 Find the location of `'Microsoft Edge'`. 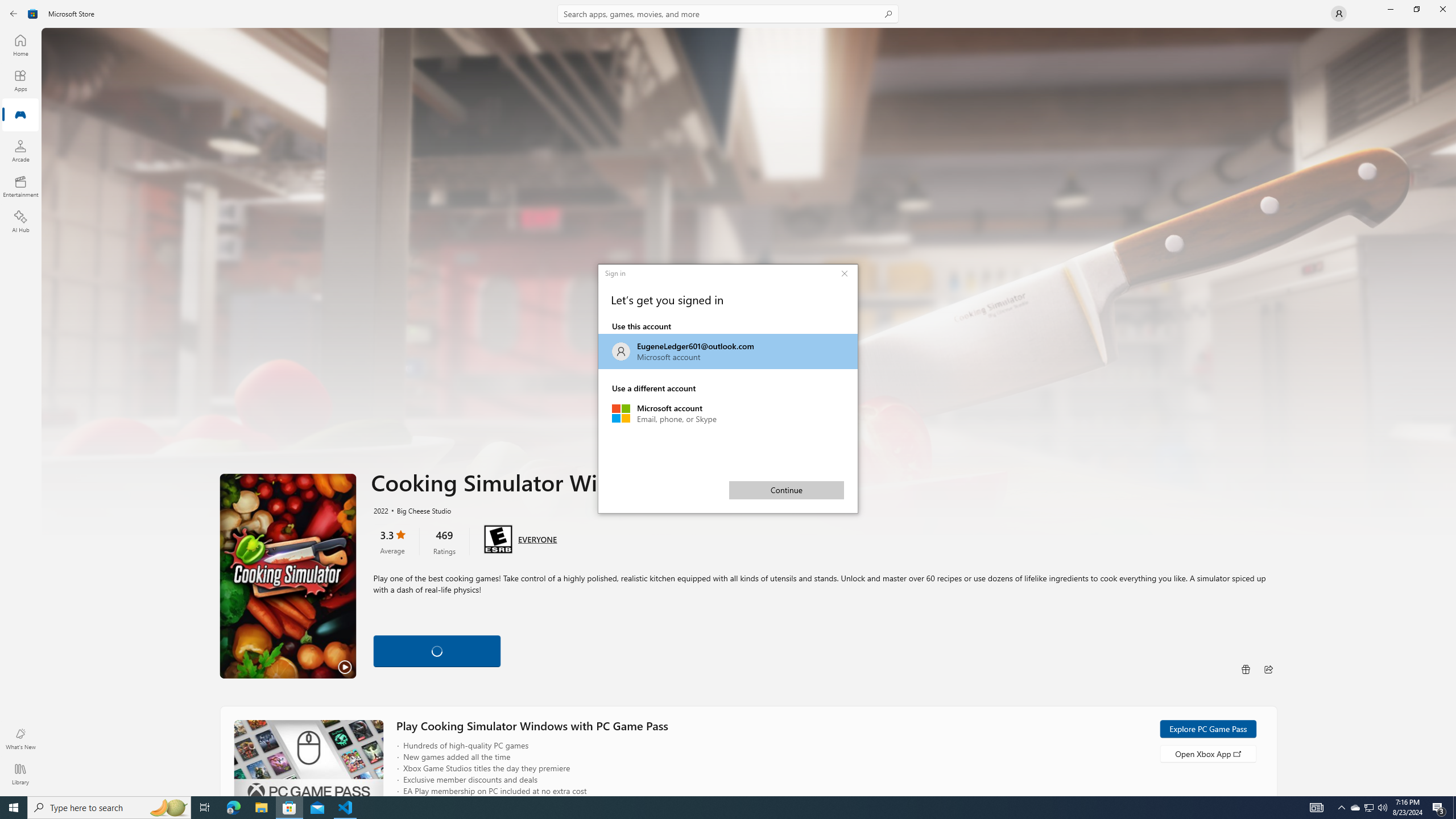

'Microsoft Edge' is located at coordinates (233, 806).